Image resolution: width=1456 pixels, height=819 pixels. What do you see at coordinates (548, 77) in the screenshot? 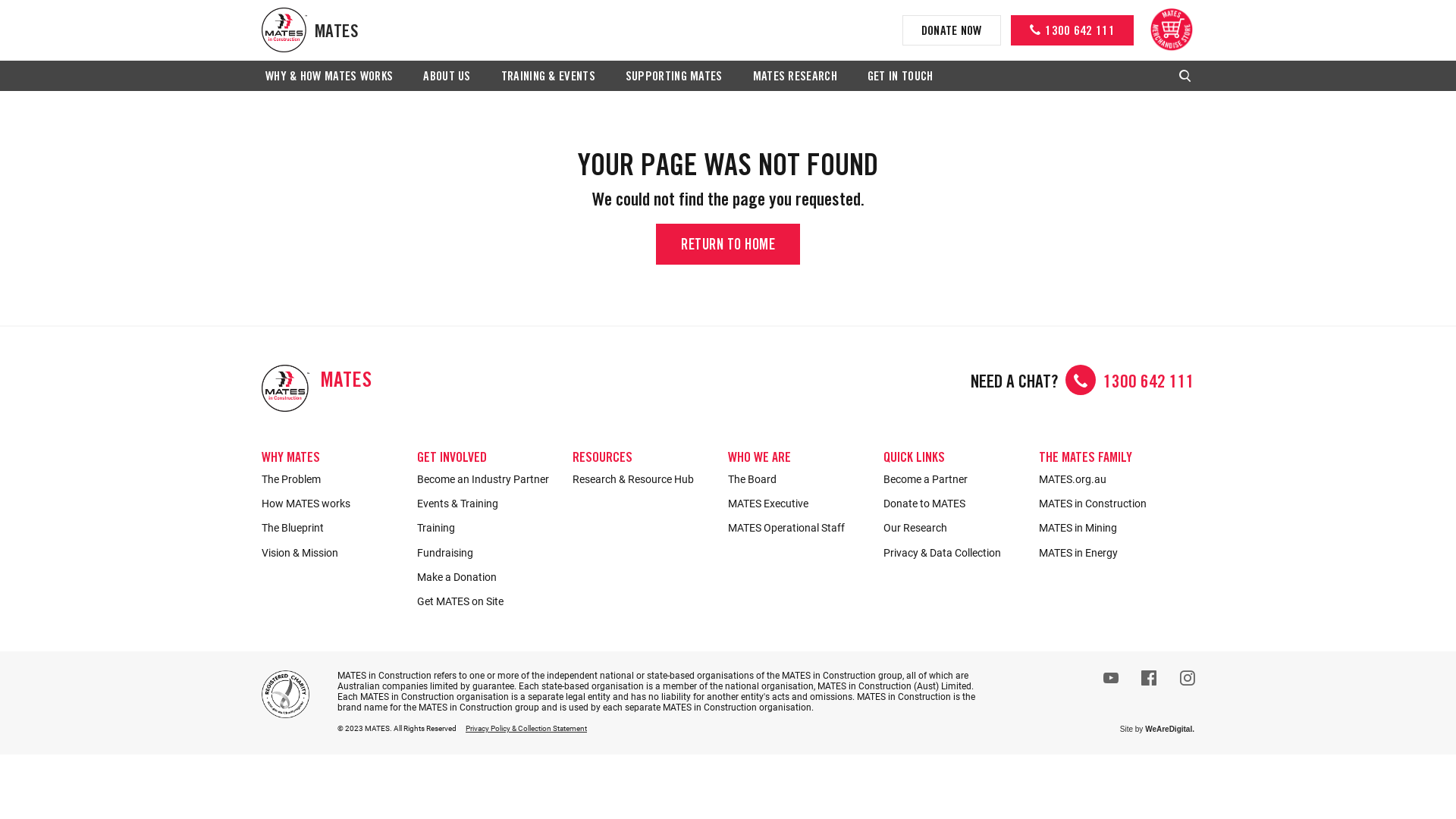
I see `'TRAINING & EVENTS'` at bounding box center [548, 77].